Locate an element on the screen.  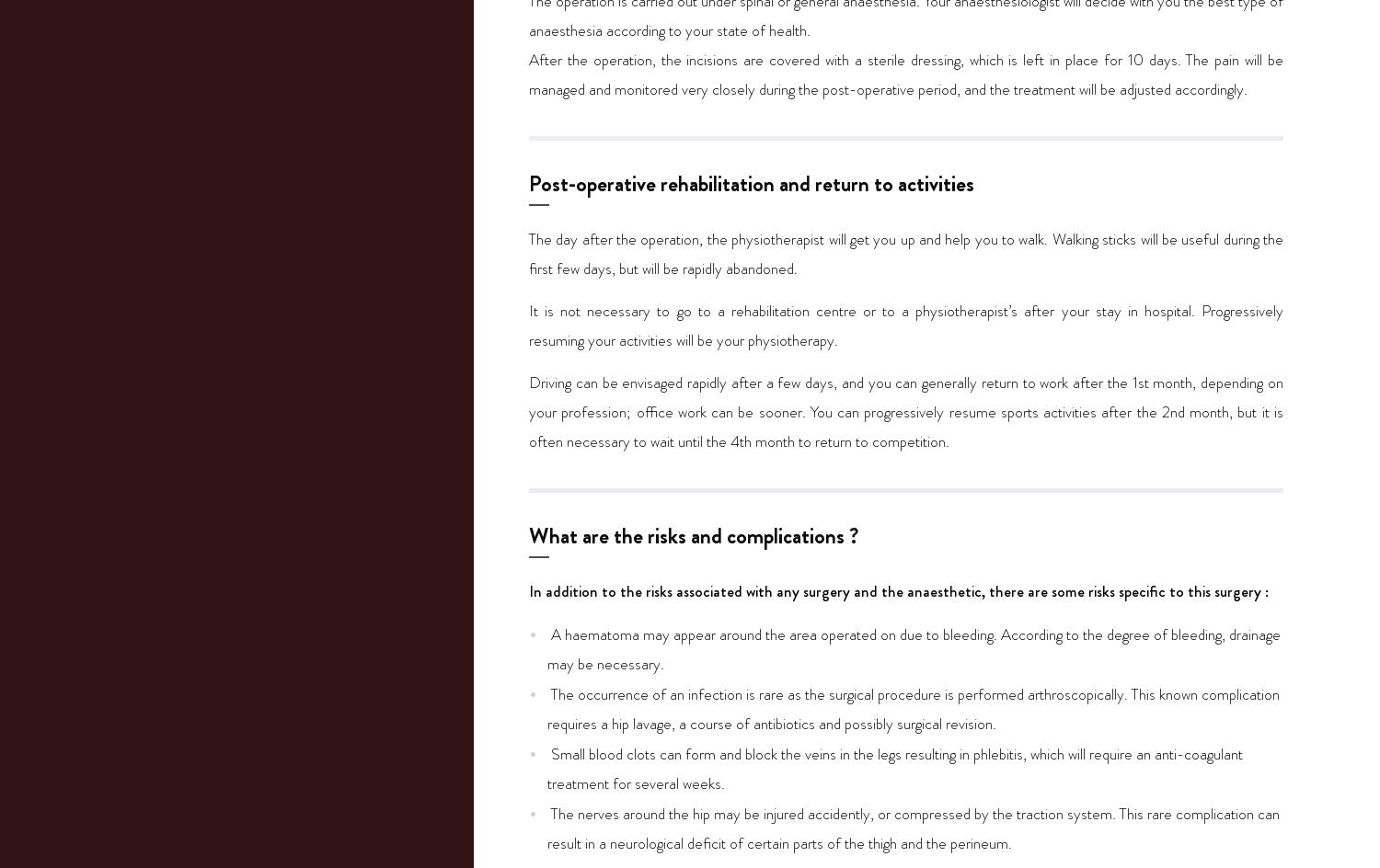
'The occurrence of an infection is rare as the surgical procedure is performed arthroscopically. This known complication requires a hip lavage, a course of antibiotics and possibly surgical revision.' is located at coordinates (913, 707).